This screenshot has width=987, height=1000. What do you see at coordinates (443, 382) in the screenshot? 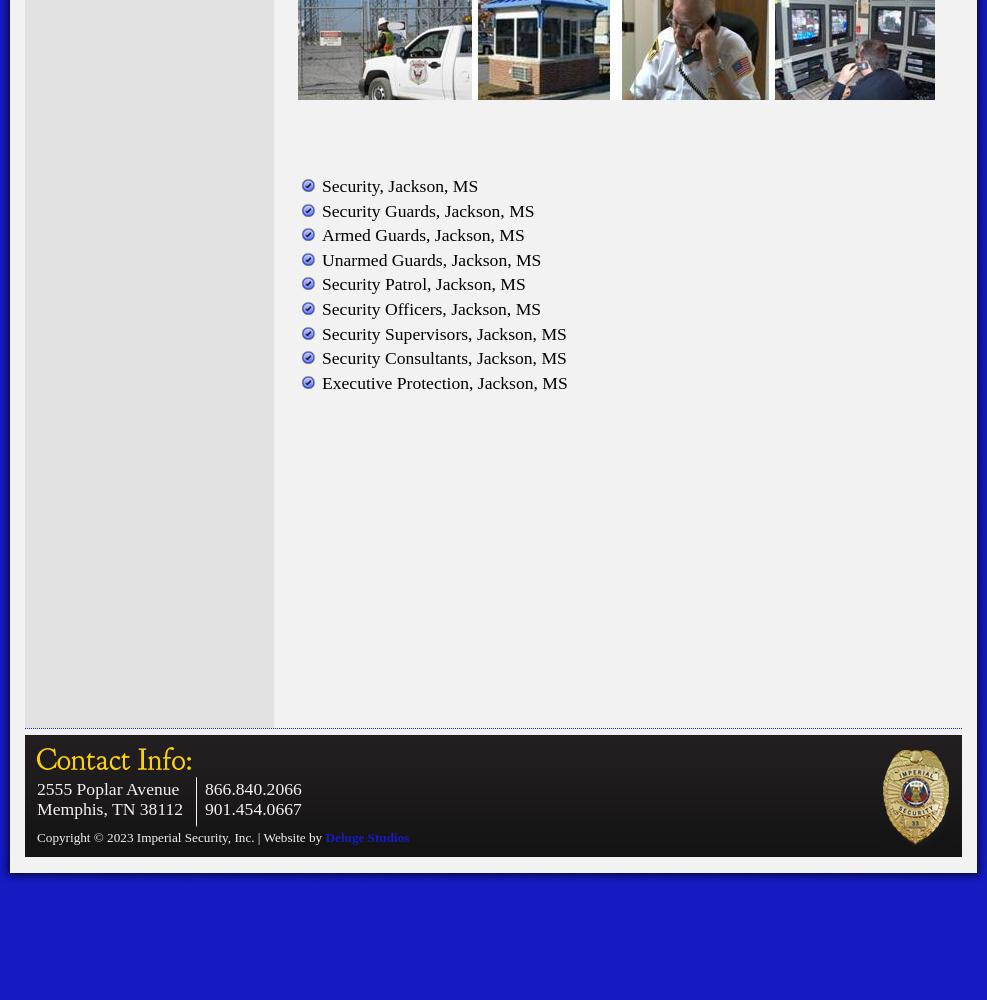
I see `'Executive Protection, Jackson, MS'` at bounding box center [443, 382].